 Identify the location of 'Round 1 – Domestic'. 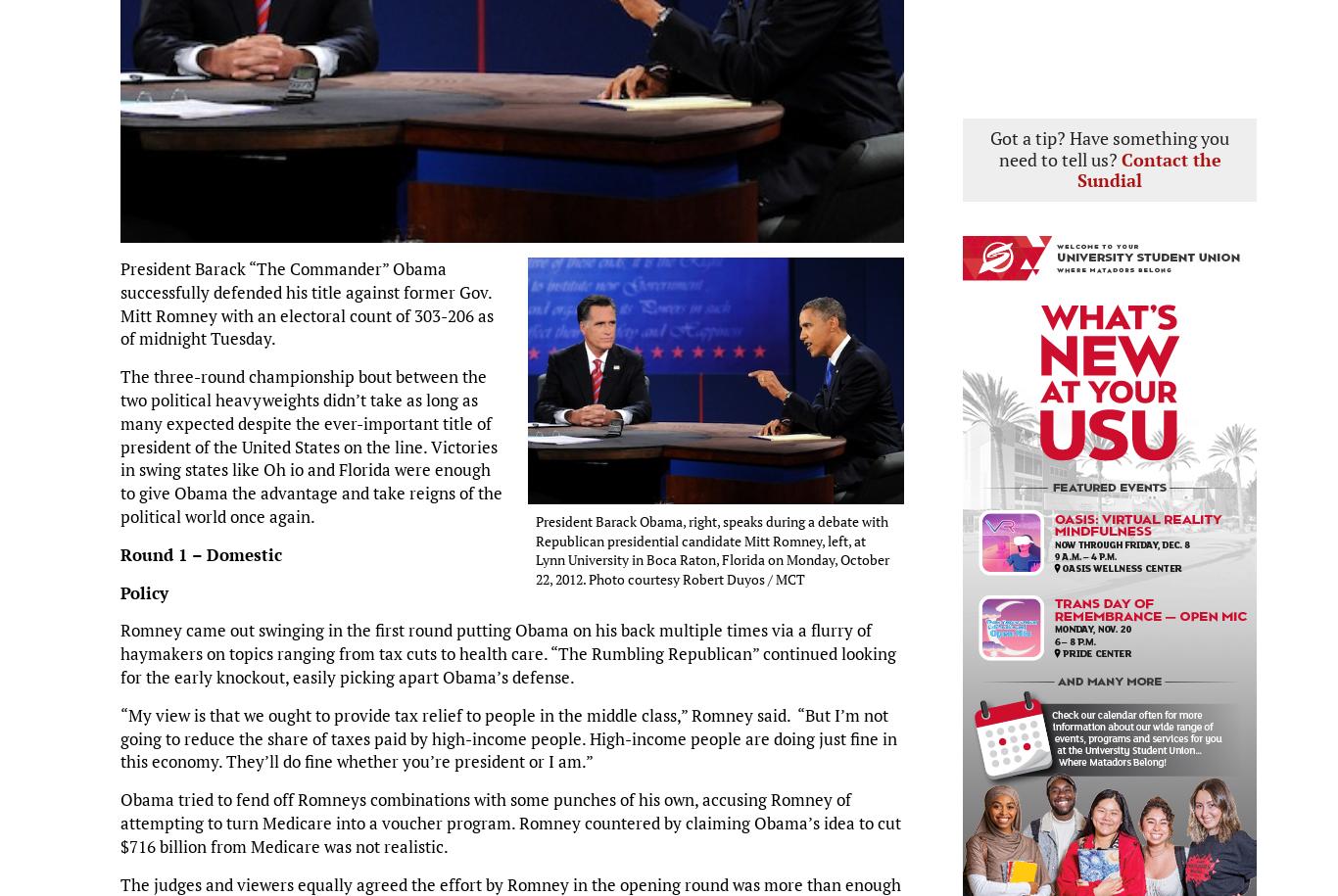
(119, 552).